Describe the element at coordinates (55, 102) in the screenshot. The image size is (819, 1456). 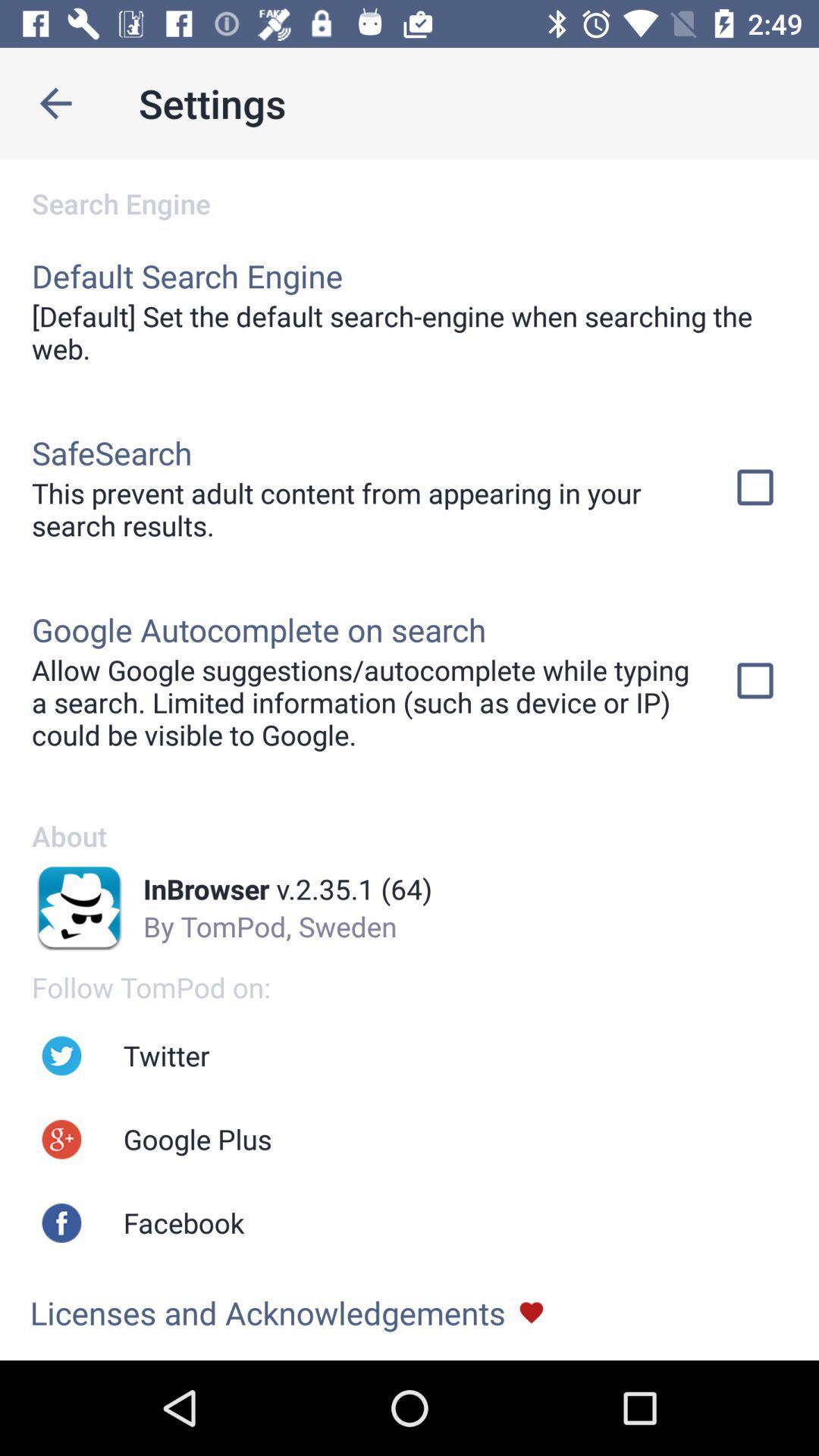
I see `previous window` at that location.